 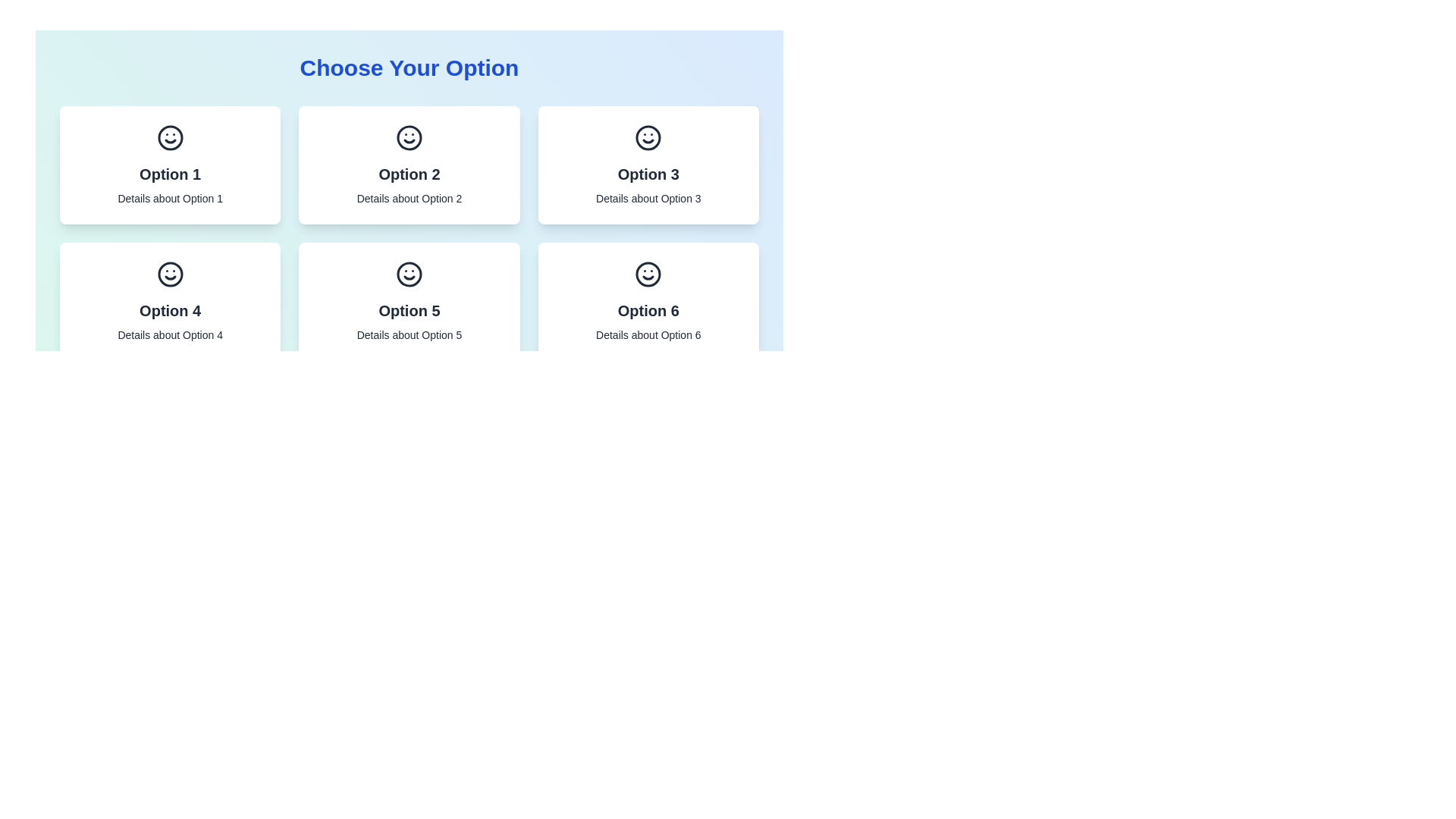 I want to click on the descriptive text label located at the bottom of the 'Option 6' card, which provides additional information about the card, so click(x=648, y=334).